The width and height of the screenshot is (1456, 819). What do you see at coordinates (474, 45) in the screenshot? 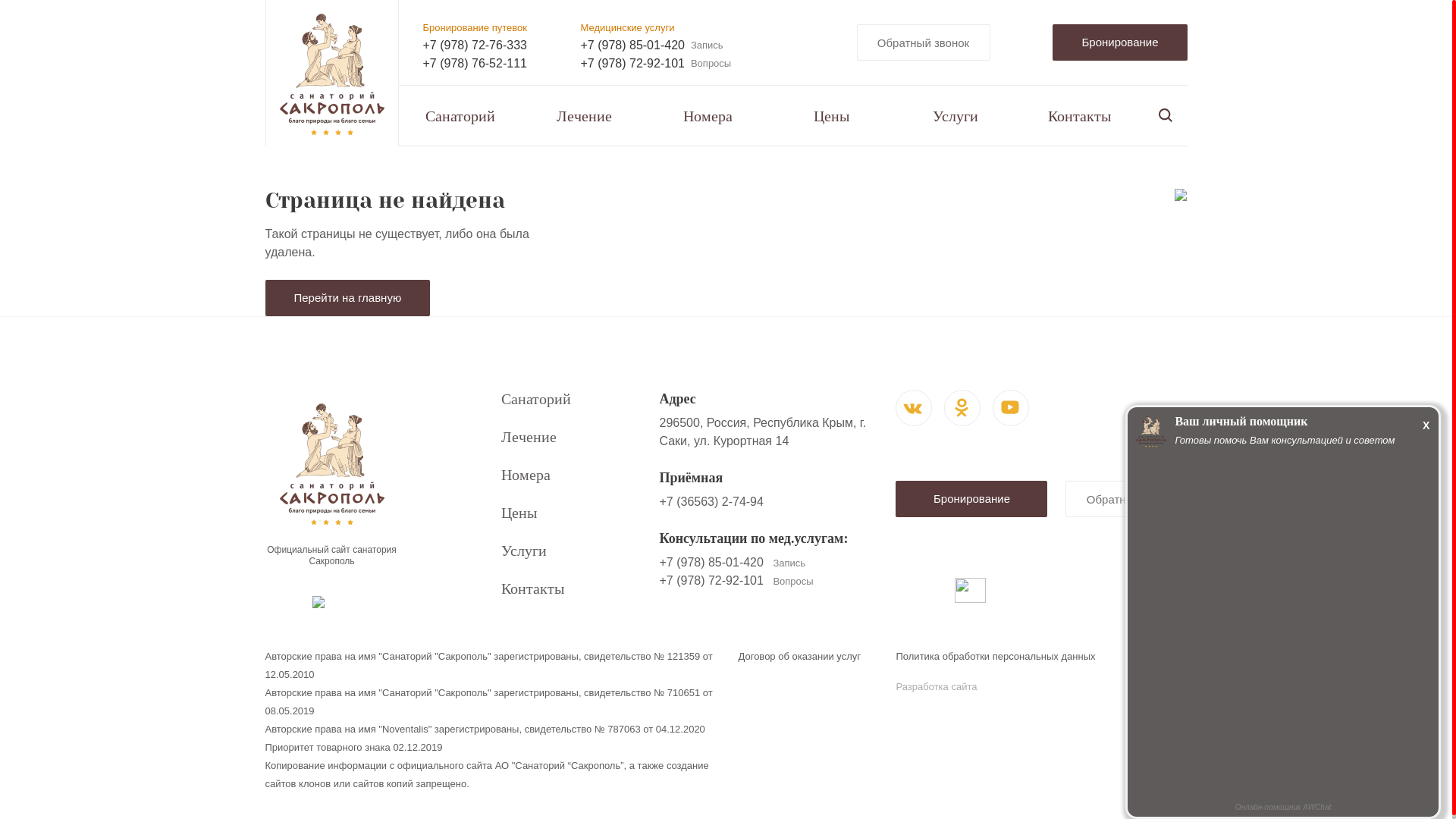
I see `'+7 (978) 72-76-333'` at bounding box center [474, 45].